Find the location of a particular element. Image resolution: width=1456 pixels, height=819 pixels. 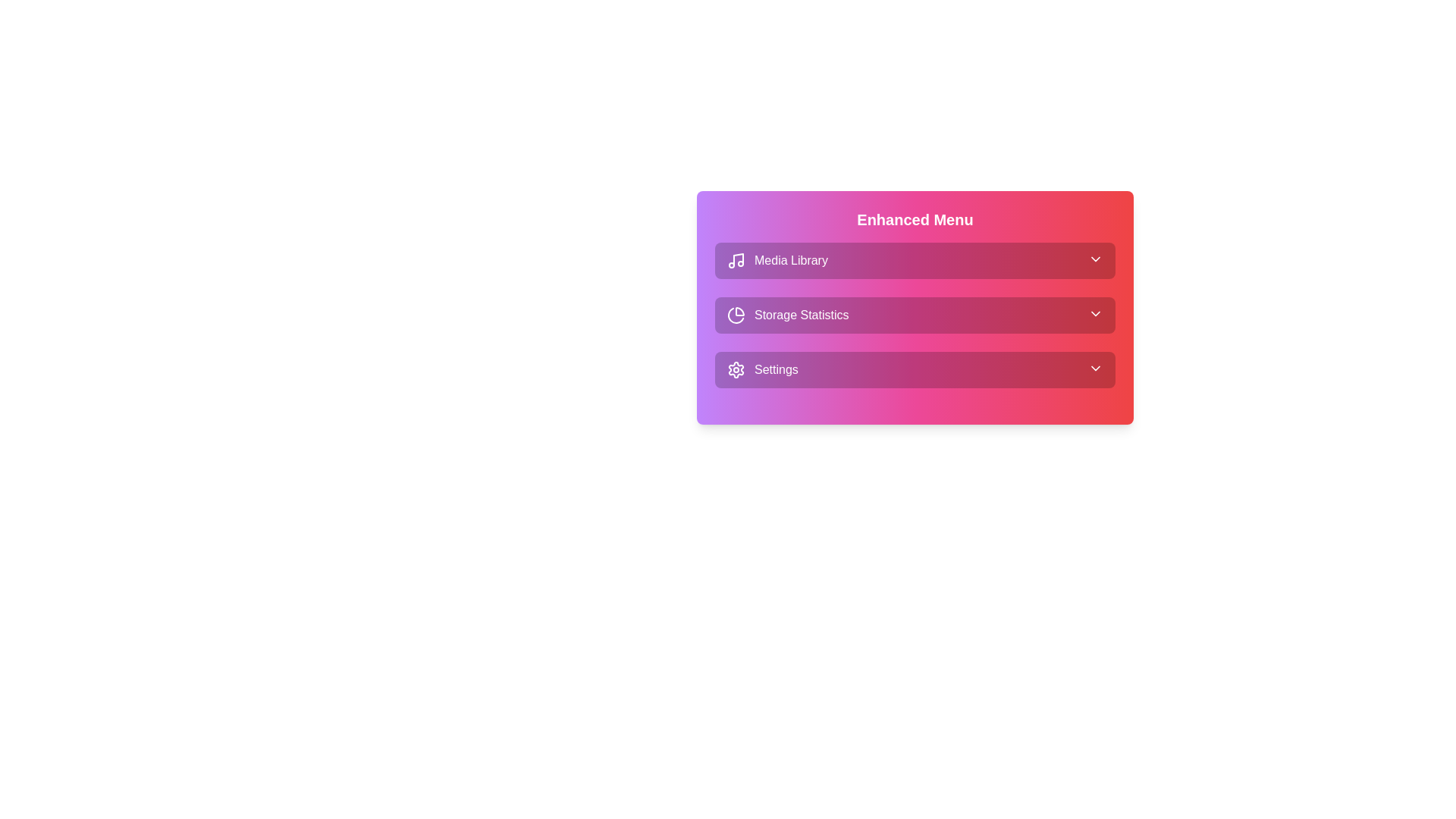

the Dropdown toggle icon, which is a downward-chevron arrow styled in white against a red background, located on the far right of the 'Settings' menu option is located at coordinates (1095, 369).